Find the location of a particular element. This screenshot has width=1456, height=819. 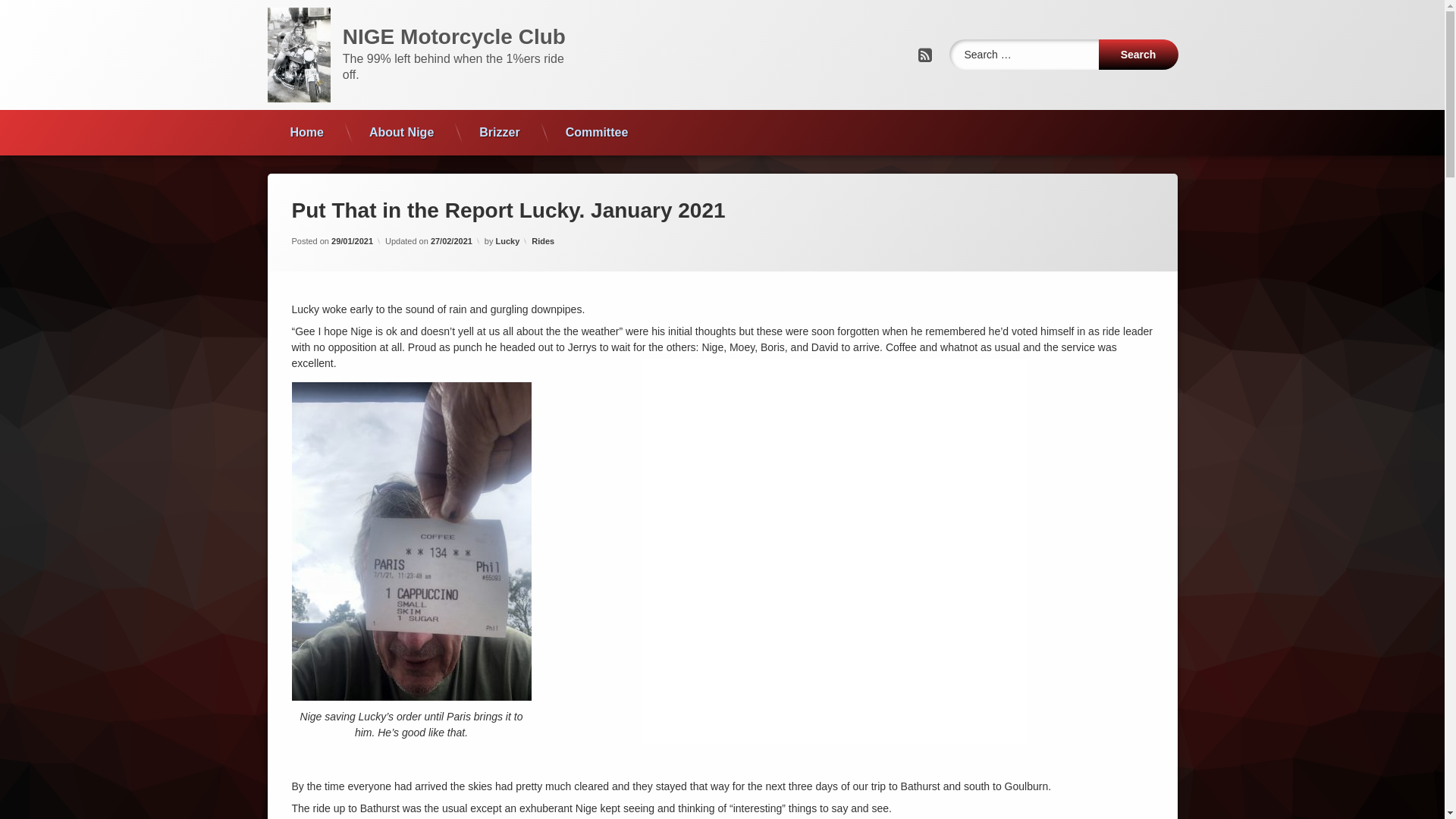

'Home' is located at coordinates (305, 131).